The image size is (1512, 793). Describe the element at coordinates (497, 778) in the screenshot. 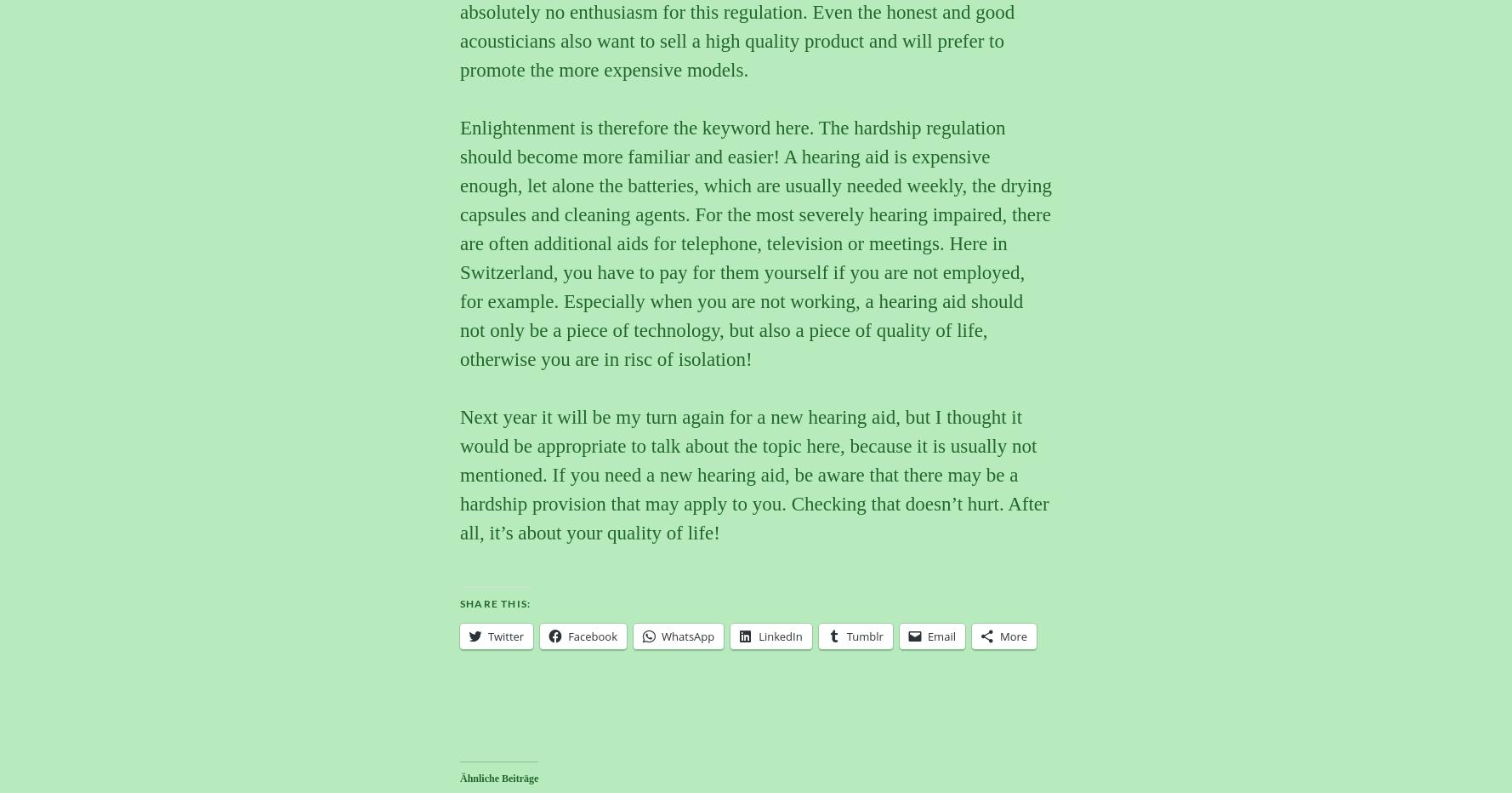

I see `'Ähnliche Beiträge'` at that location.